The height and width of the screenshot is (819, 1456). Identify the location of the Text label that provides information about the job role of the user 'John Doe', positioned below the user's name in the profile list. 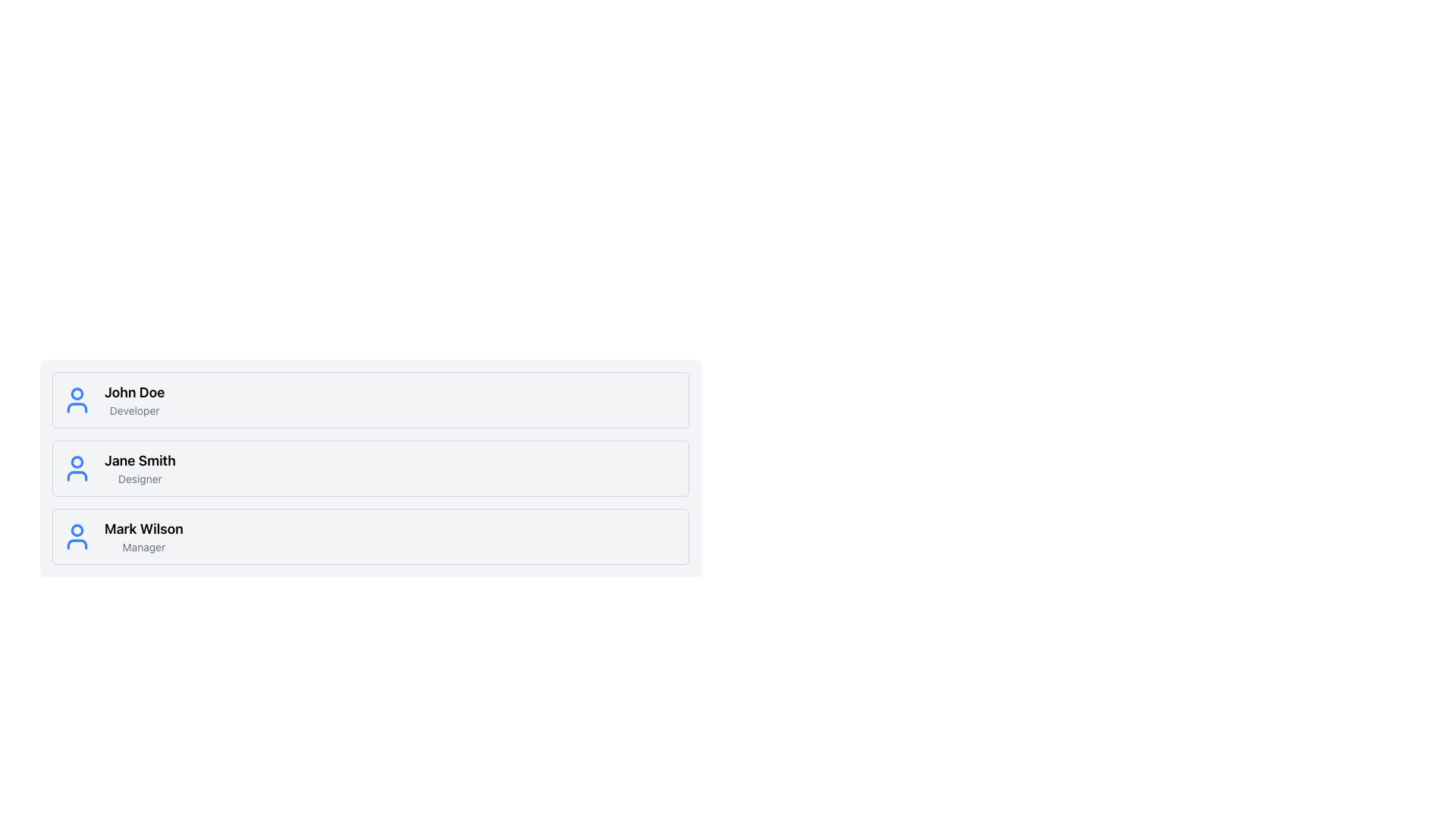
(134, 411).